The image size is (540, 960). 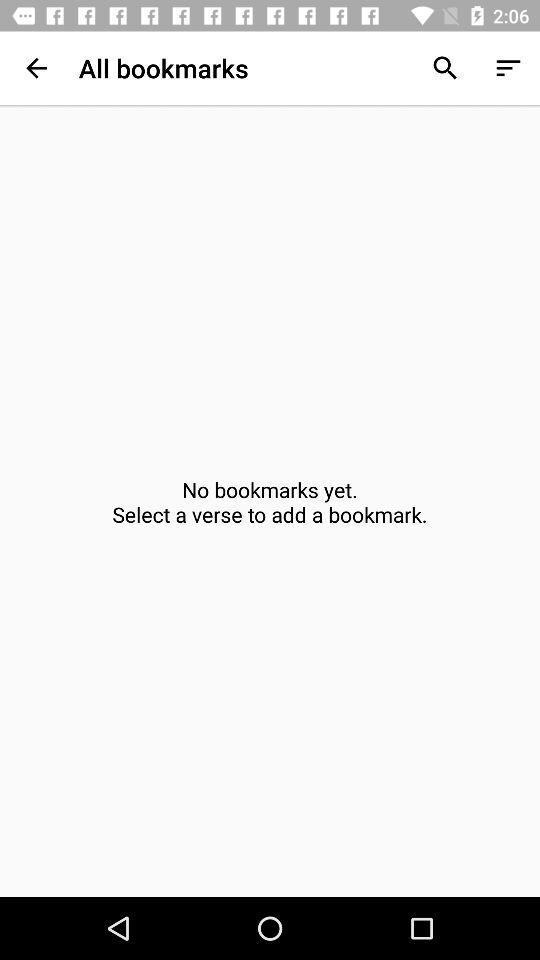 I want to click on item next to all bookmarks app, so click(x=36, y=68).